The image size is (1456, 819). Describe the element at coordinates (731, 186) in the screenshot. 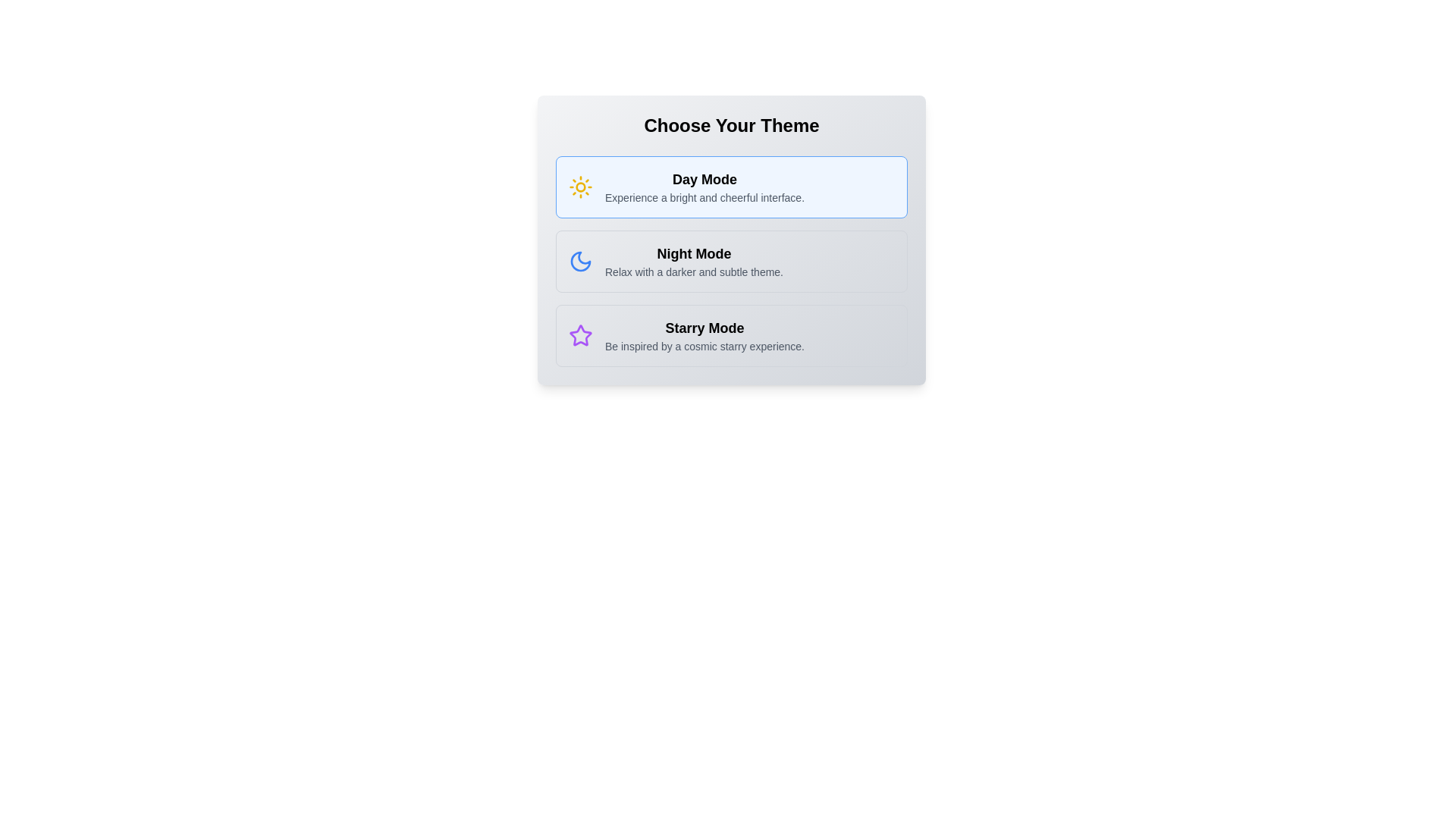

I see `the 'Day Mode' List Item or Option Panel, which features a sun icon, a bold header 'Day Mode', and a descriptive line about the bright interface` at that location.